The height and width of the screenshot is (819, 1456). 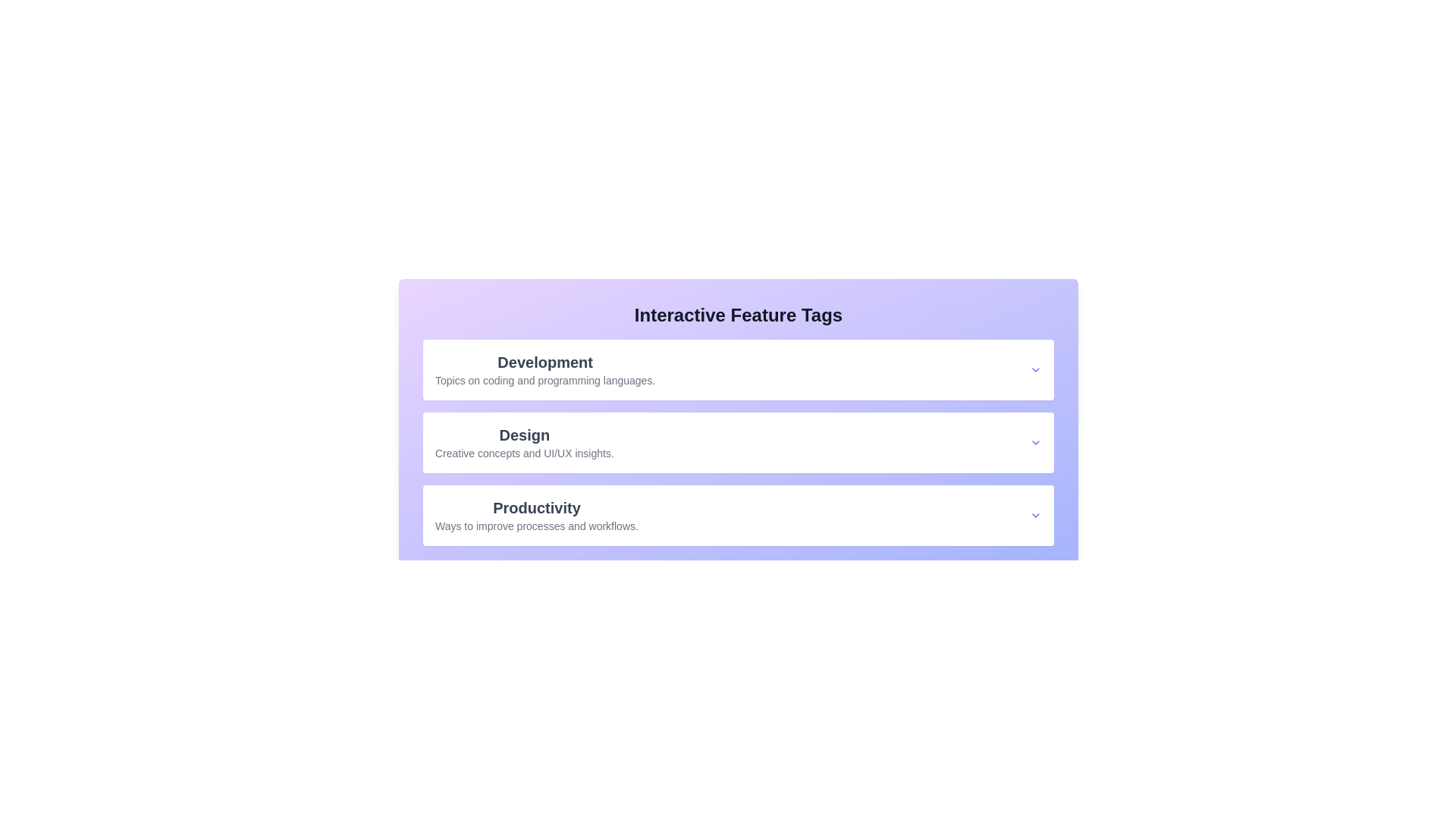 I want to click on the Chevron icon button located to the right of the 'Design' text, so click(x=1035, y=442).